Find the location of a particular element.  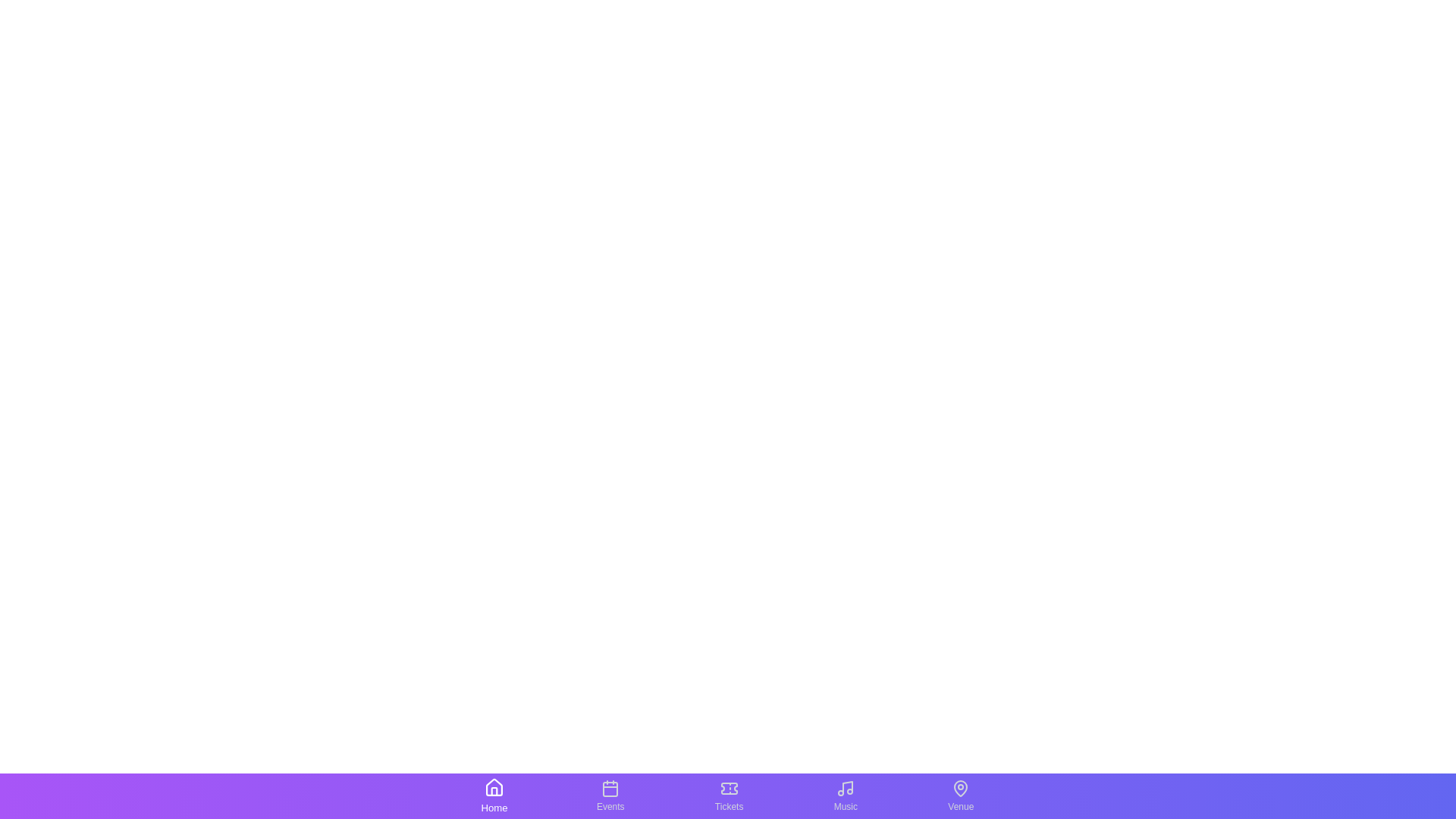

the tab labeled Music to observe the visual changes is located at coordinates (844, 795).